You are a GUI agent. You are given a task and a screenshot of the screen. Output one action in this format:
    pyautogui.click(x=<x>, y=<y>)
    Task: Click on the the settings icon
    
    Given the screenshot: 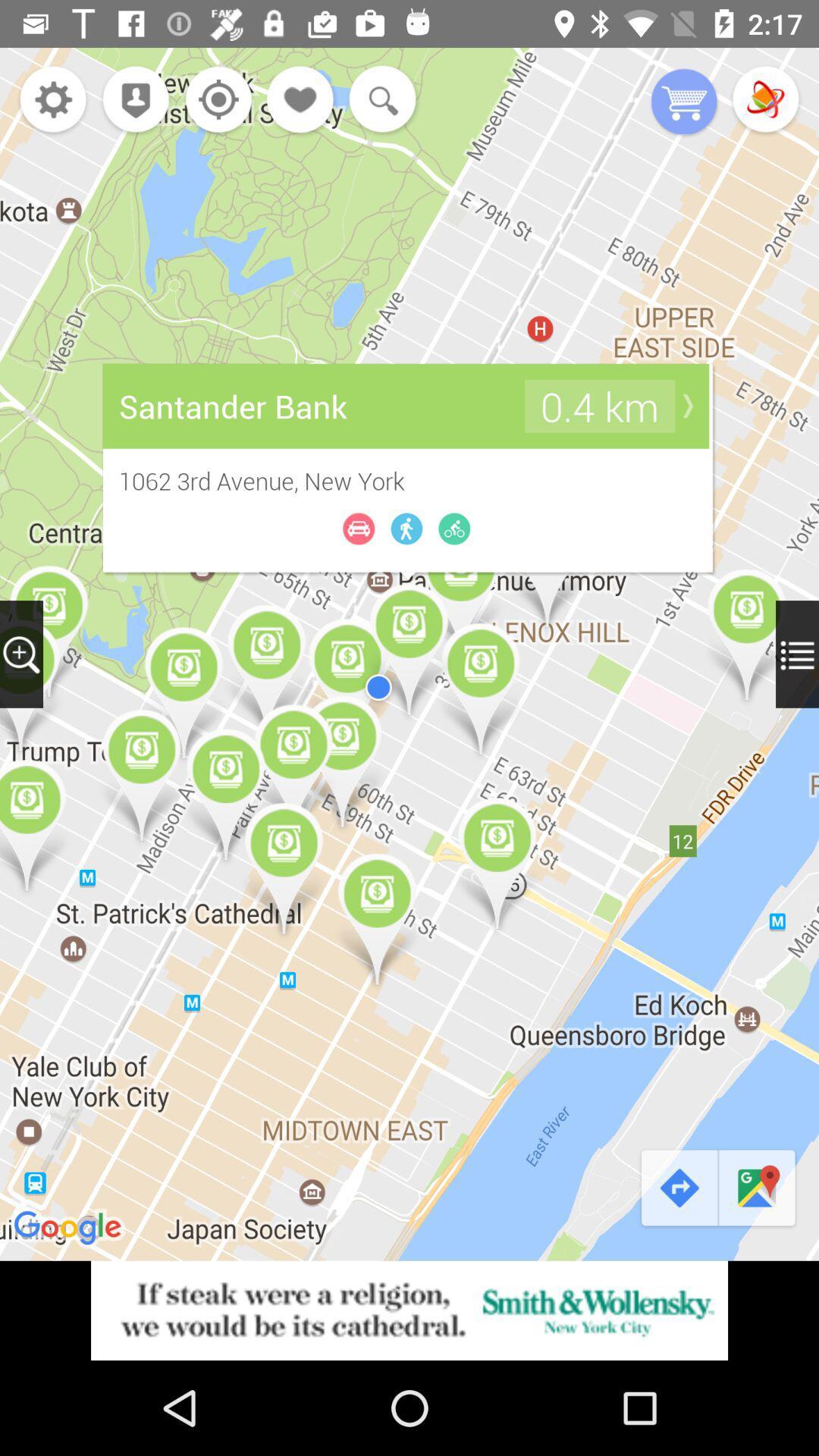 What is the action you would take?
    pyautogui.click(x=52, y=100)
    